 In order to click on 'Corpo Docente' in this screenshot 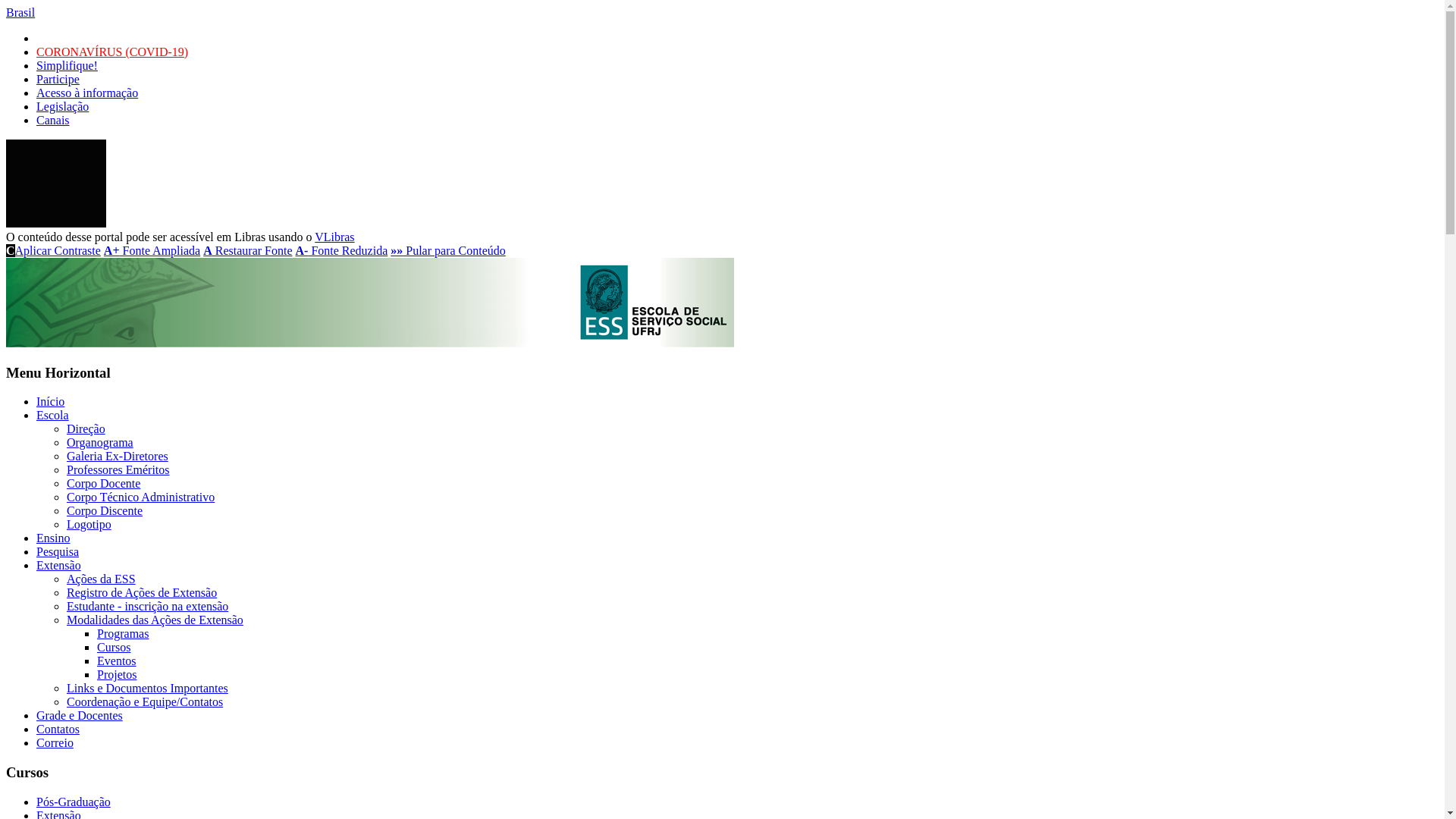, I will do `click(65, 483)`.